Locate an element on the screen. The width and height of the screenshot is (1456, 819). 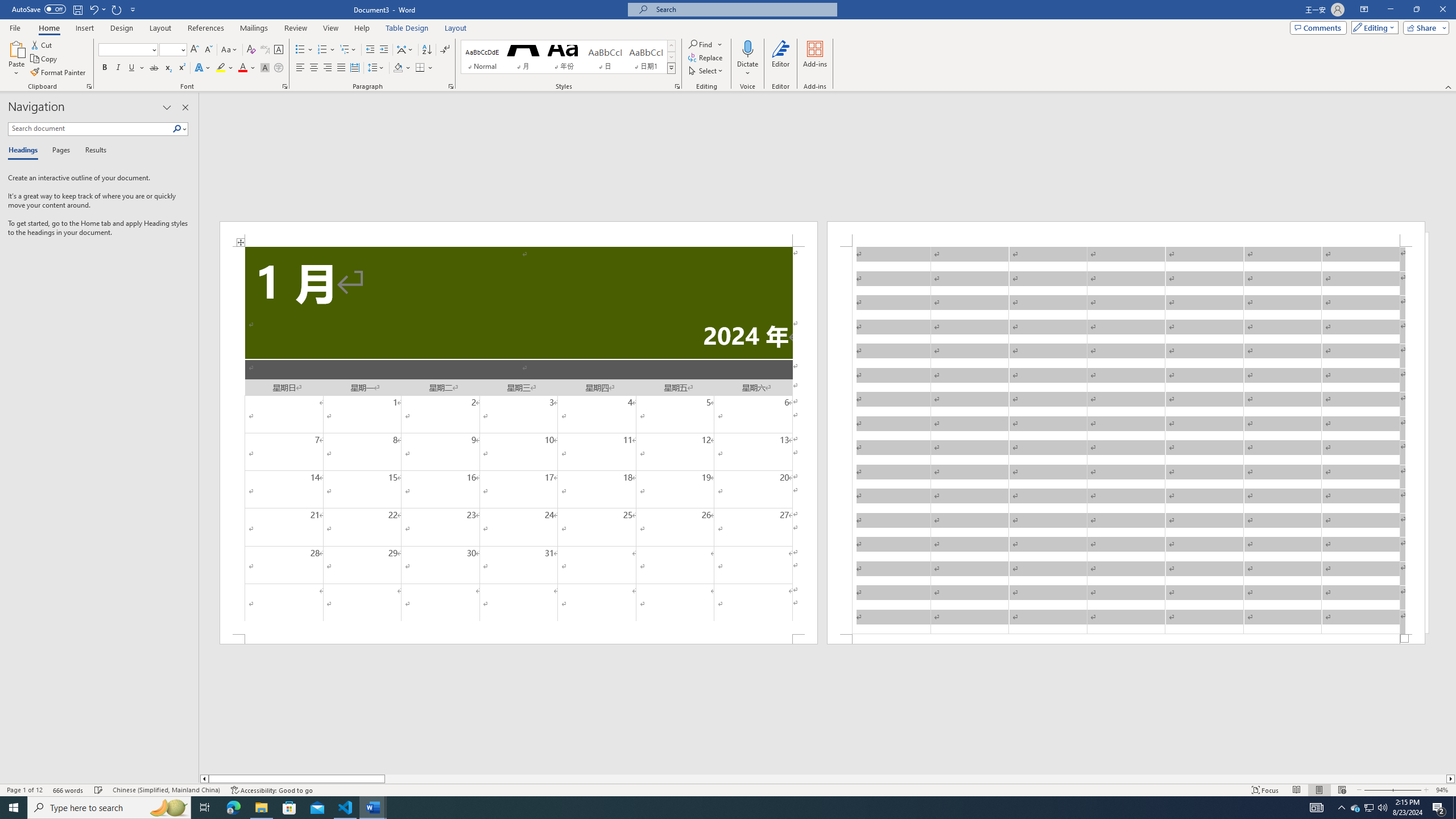
'Undo Grow Font' is located at coordinates (97, 9).